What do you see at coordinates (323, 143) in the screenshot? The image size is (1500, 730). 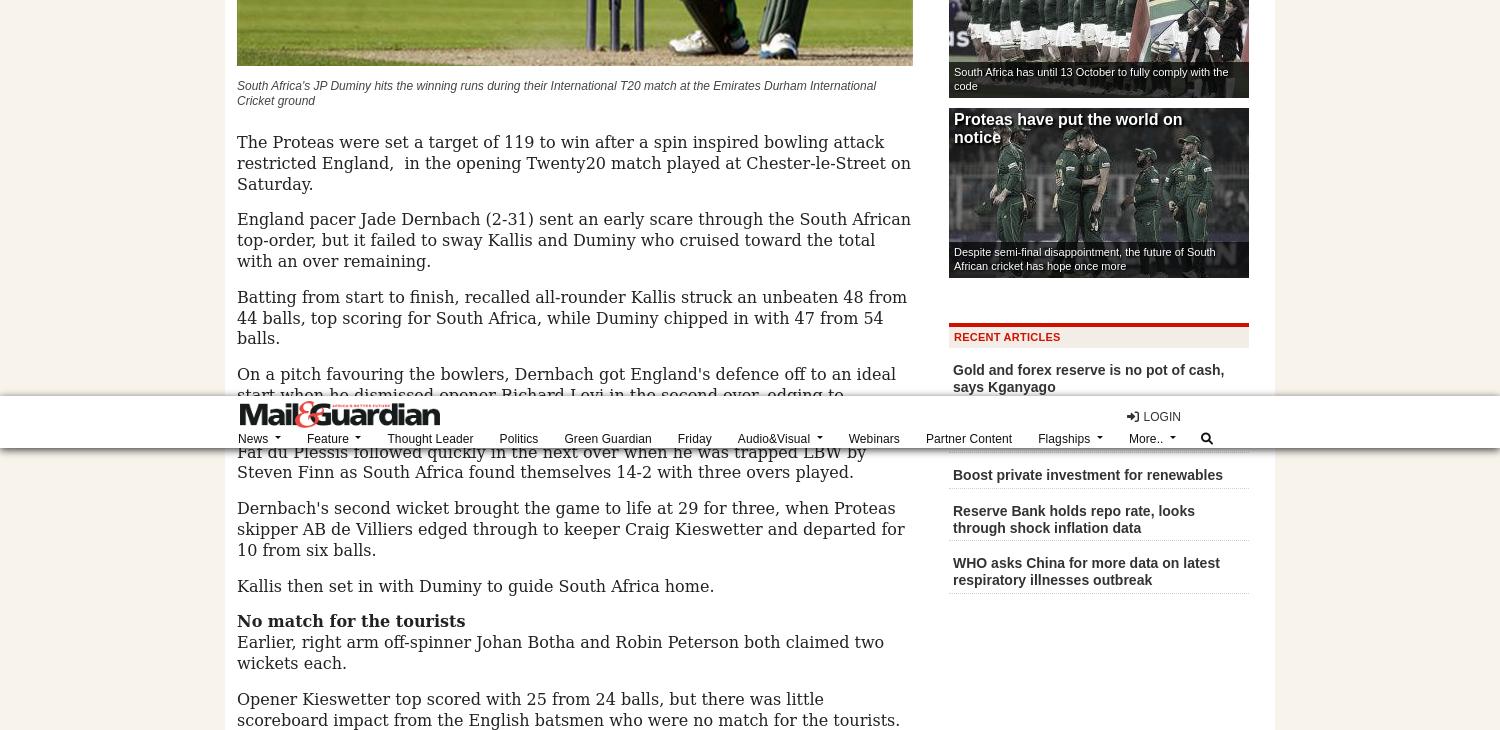 I see `'SUBSCRIPTIONS'` at bounding box center [323, 143].